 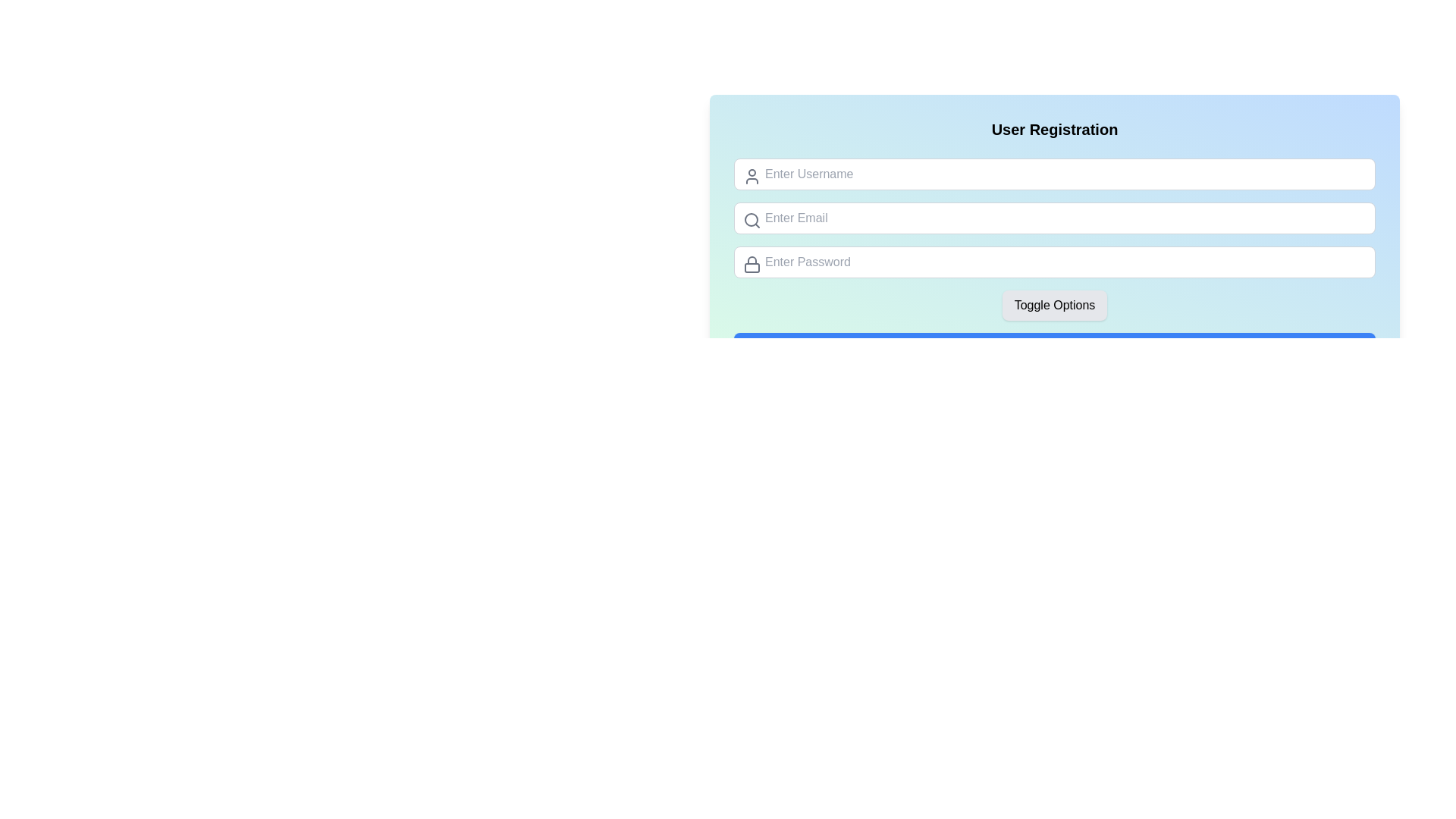 What do you see at coordinates (752, 263) in the screenshot?
I see `the gray lock icon located in the top-left region of the 'Enter Password' field, adjacent to the password input text box` at bounding box center [752, 263].